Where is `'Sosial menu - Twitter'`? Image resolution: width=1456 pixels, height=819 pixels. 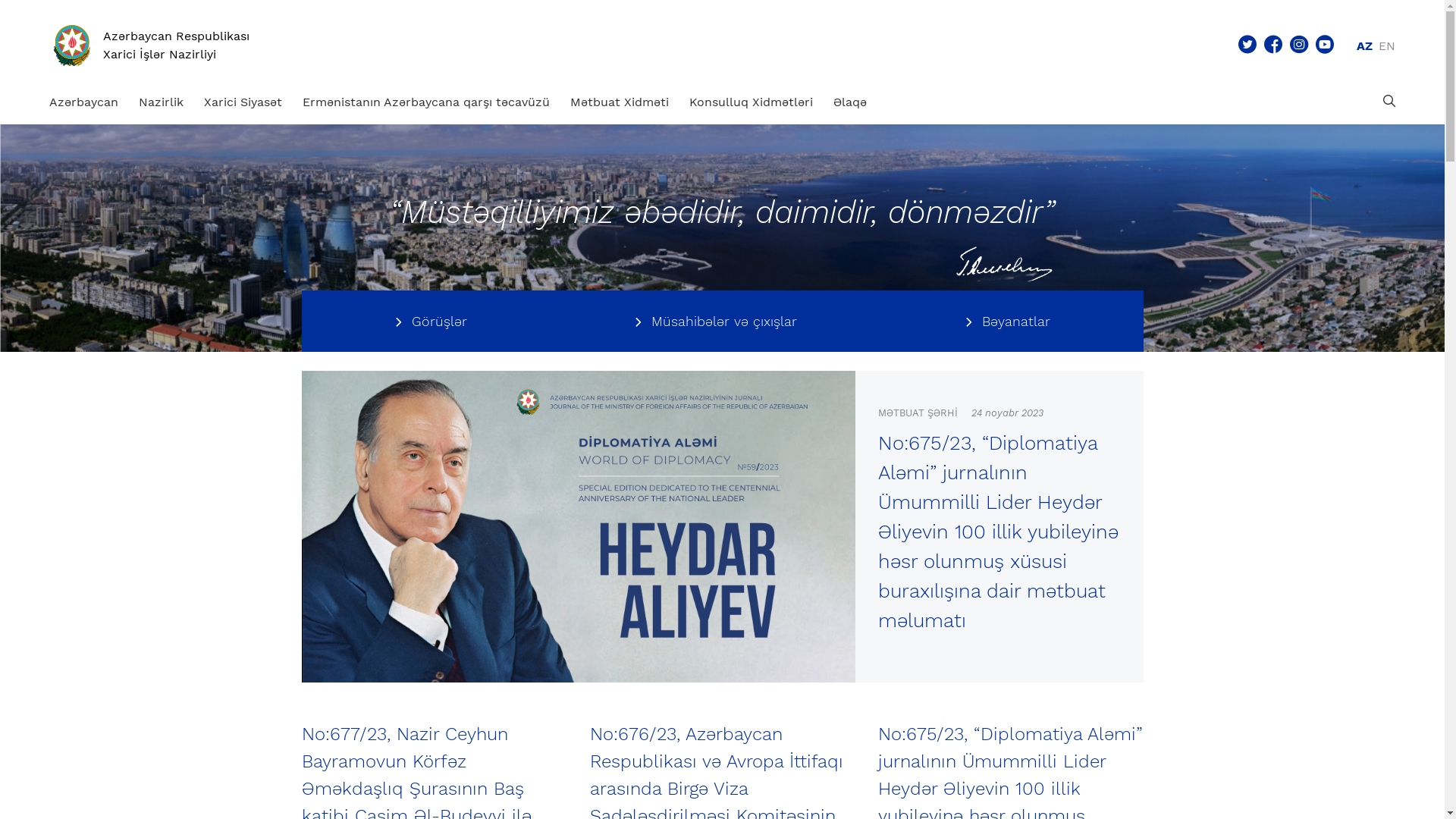
'Sosial menu - Twitter' is located at coordinates (1247, 45).